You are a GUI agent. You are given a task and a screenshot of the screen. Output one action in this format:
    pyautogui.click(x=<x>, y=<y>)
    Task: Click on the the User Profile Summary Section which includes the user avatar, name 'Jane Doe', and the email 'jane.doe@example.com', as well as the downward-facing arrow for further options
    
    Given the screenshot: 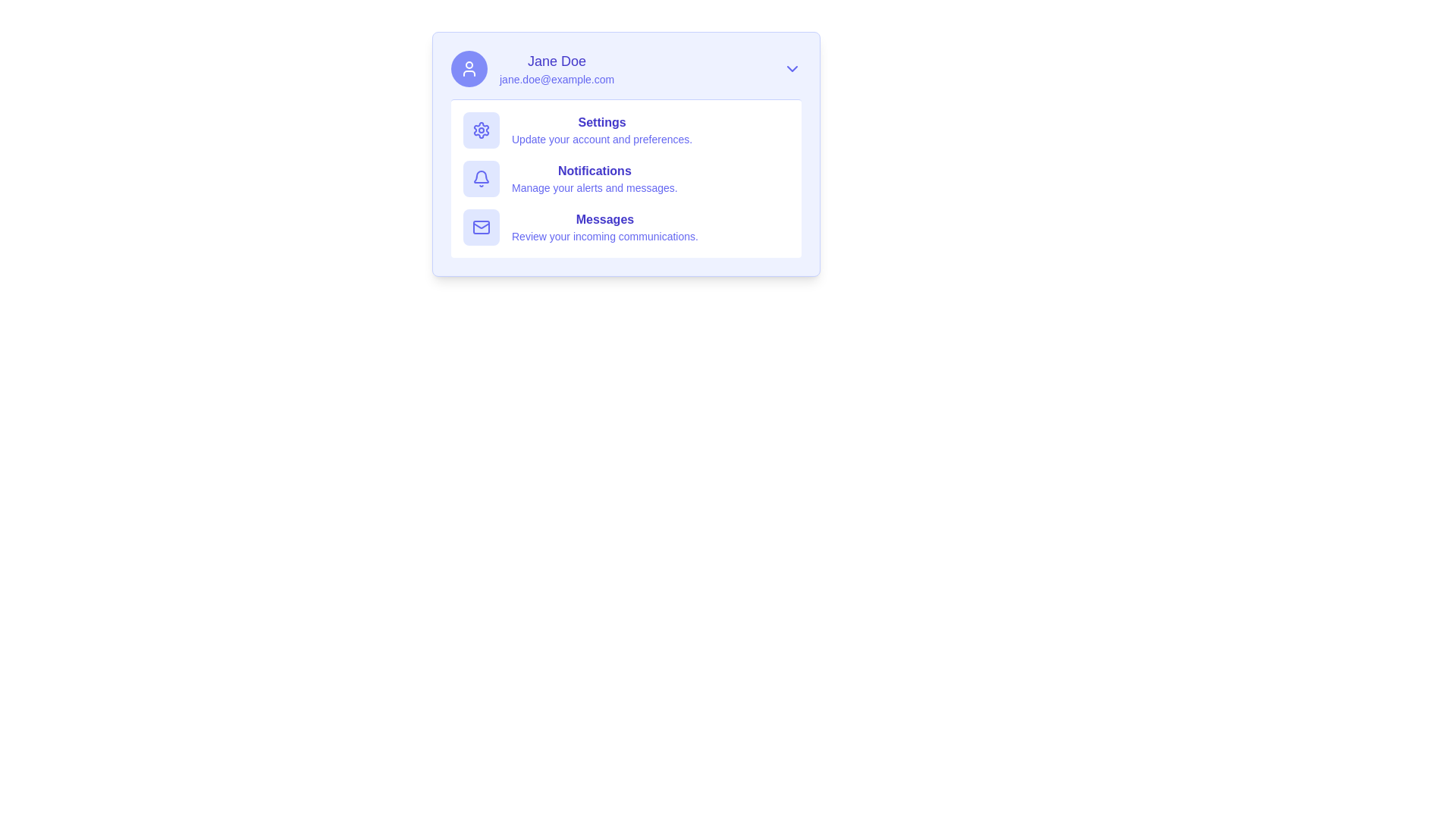 What is the action you would take?
    pyautogui.click(x=626, y=69)
    